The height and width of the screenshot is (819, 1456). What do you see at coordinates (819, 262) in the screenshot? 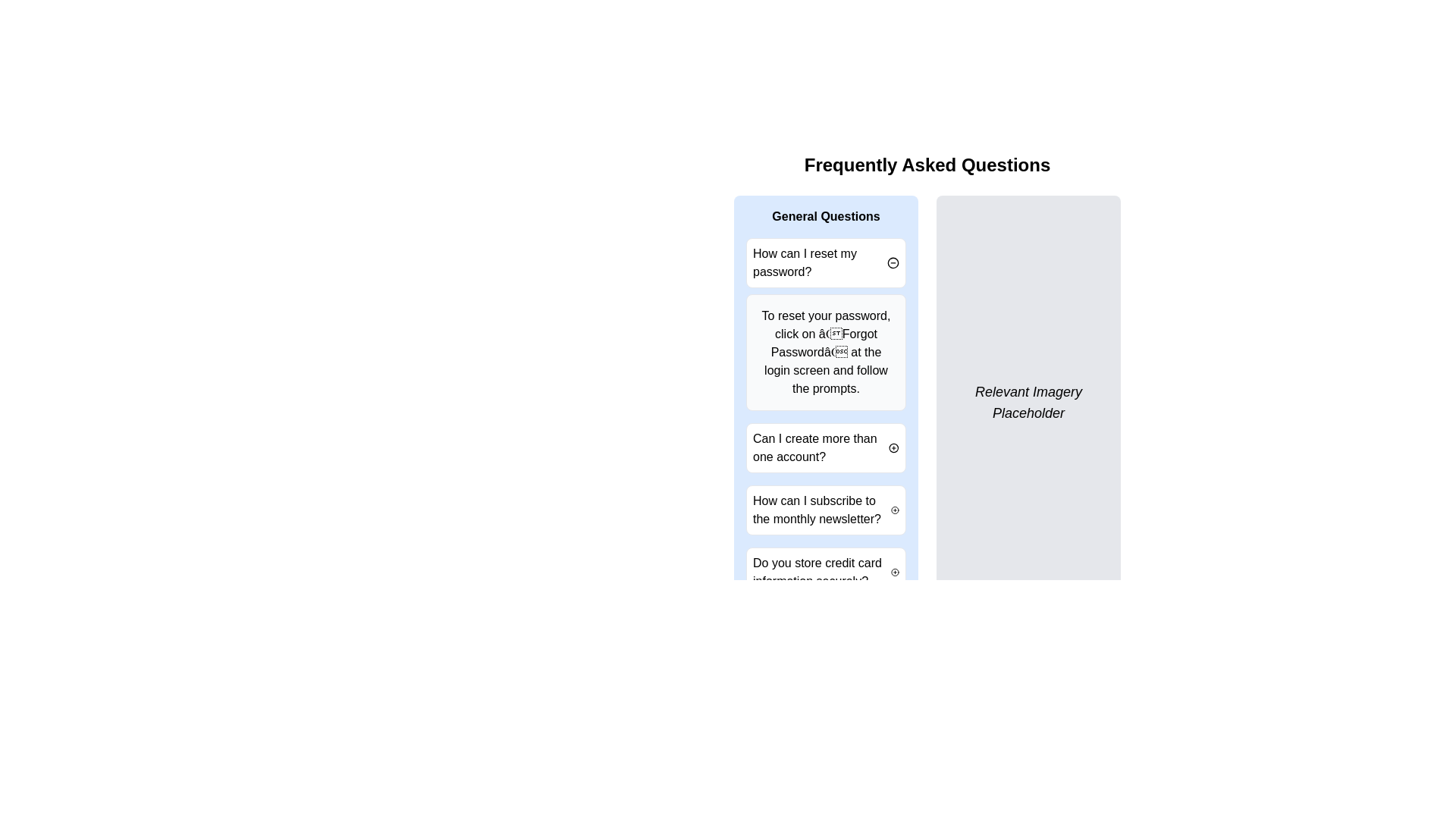
I see `the first Text label in the 'General Questions' section of the FAQ list, which presents a question and serves as an entry point for more information` at bounding box center [819, 262].